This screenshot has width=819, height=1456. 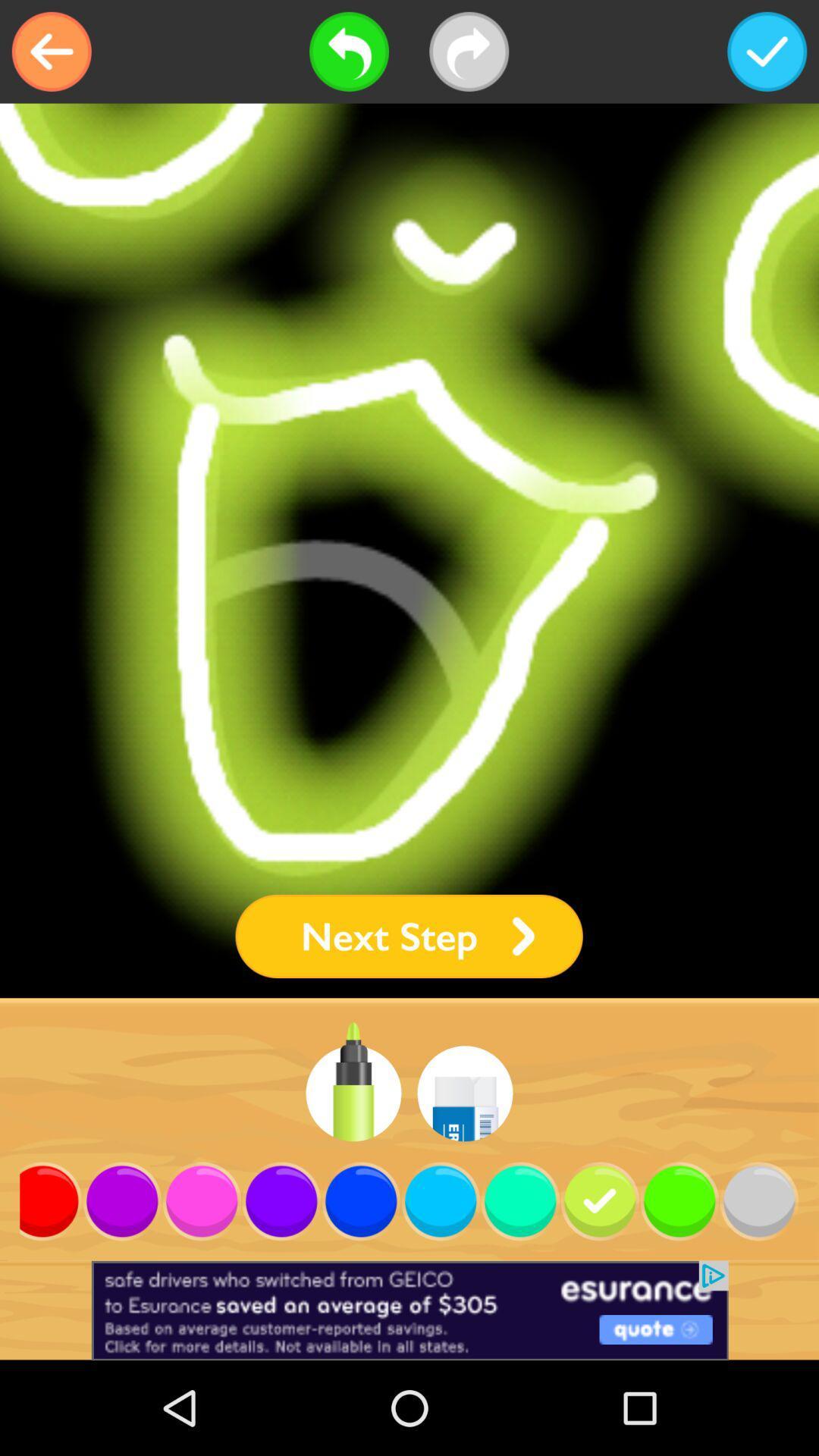 What do you see at coordinates (767, 52) in the screenshot?
I see `the check icon` at bounding box center [767, 52].